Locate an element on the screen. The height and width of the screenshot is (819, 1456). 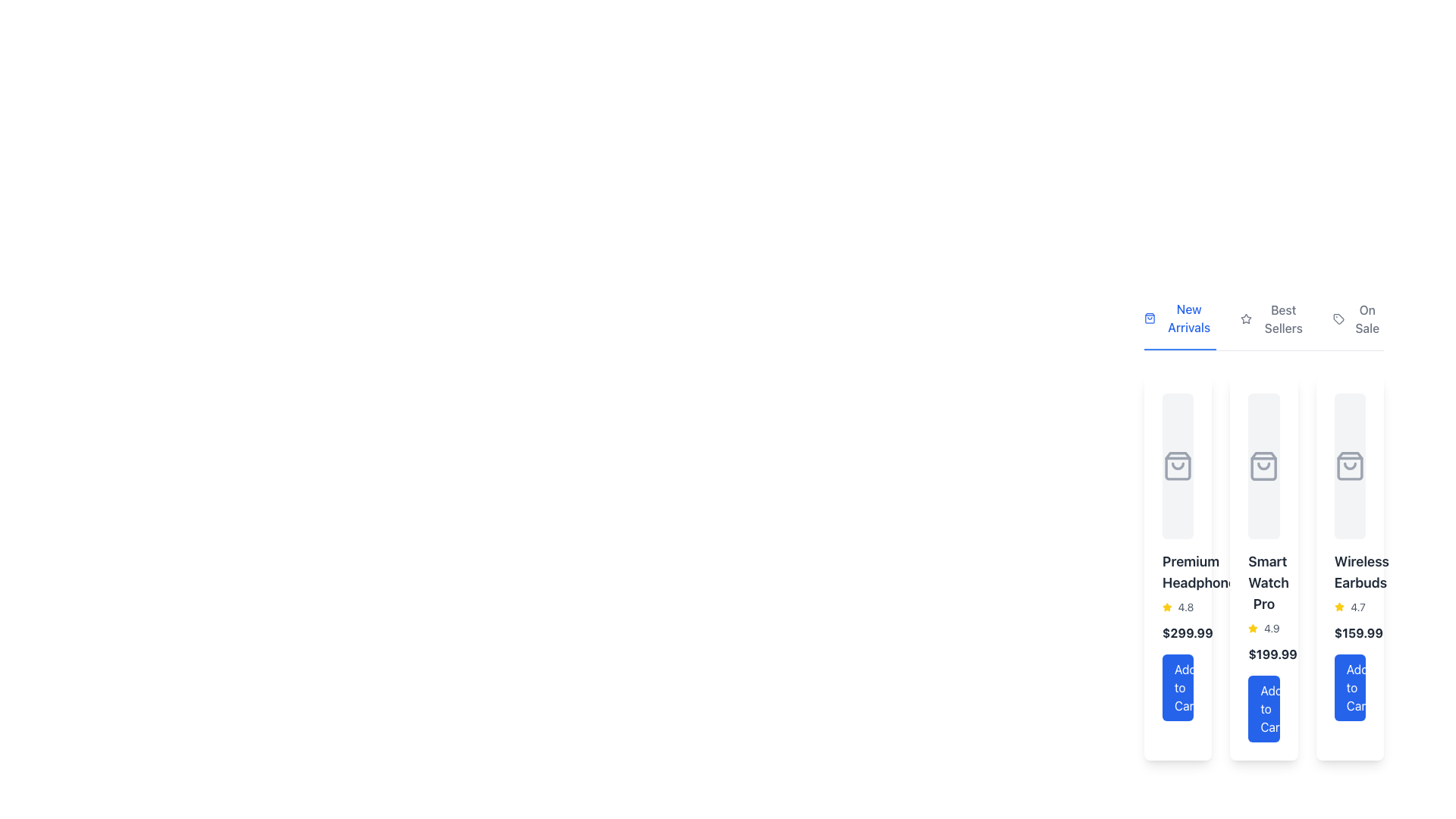
the Rating indicator for 'Smart Watch Pro' is located at coordinates (1263, 629).